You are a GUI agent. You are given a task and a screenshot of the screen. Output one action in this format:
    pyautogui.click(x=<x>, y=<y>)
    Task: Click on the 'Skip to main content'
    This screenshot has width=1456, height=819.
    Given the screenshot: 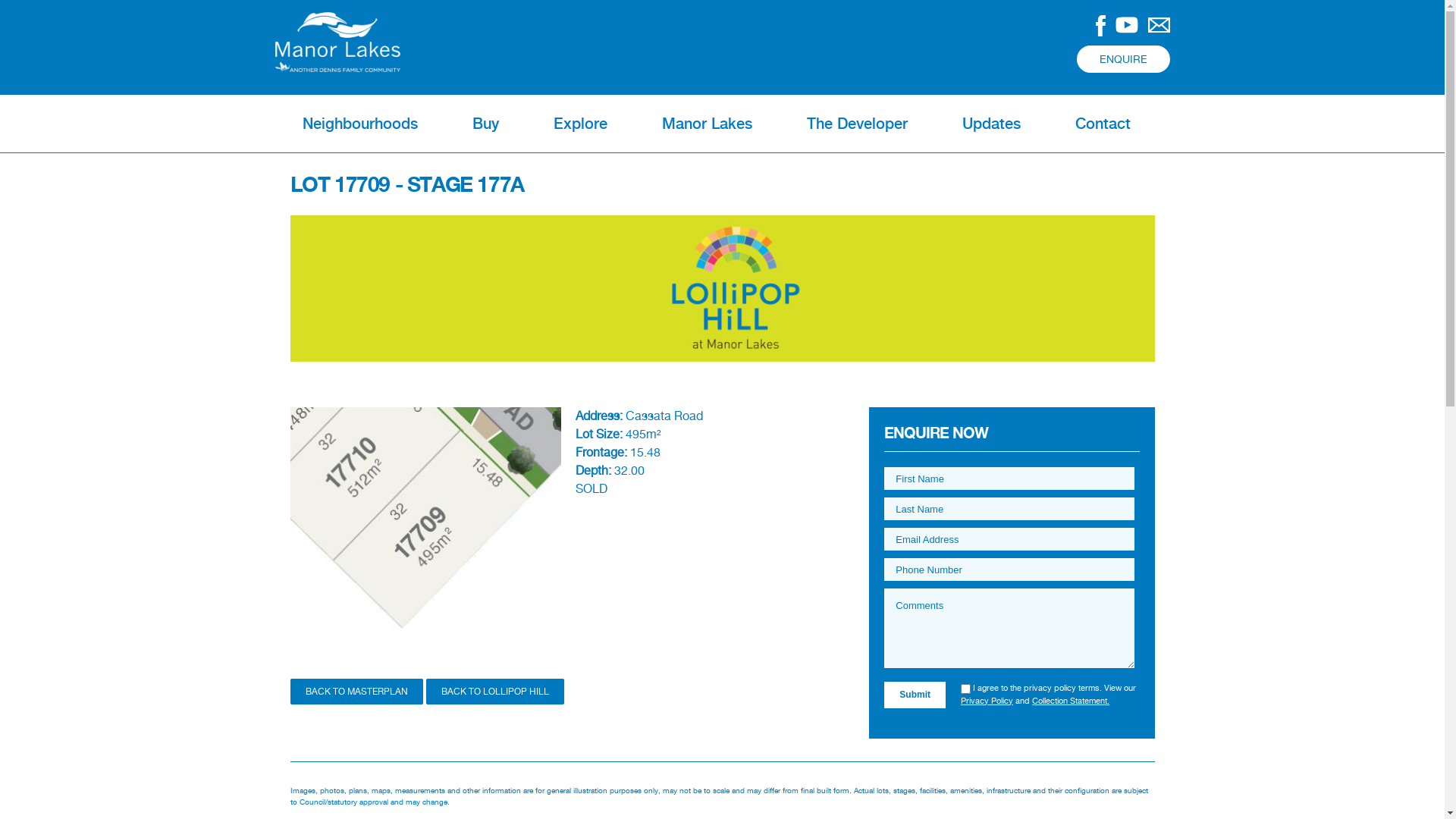 What is the action you would take?
    pyautogui.click(x=669, y=2)
    